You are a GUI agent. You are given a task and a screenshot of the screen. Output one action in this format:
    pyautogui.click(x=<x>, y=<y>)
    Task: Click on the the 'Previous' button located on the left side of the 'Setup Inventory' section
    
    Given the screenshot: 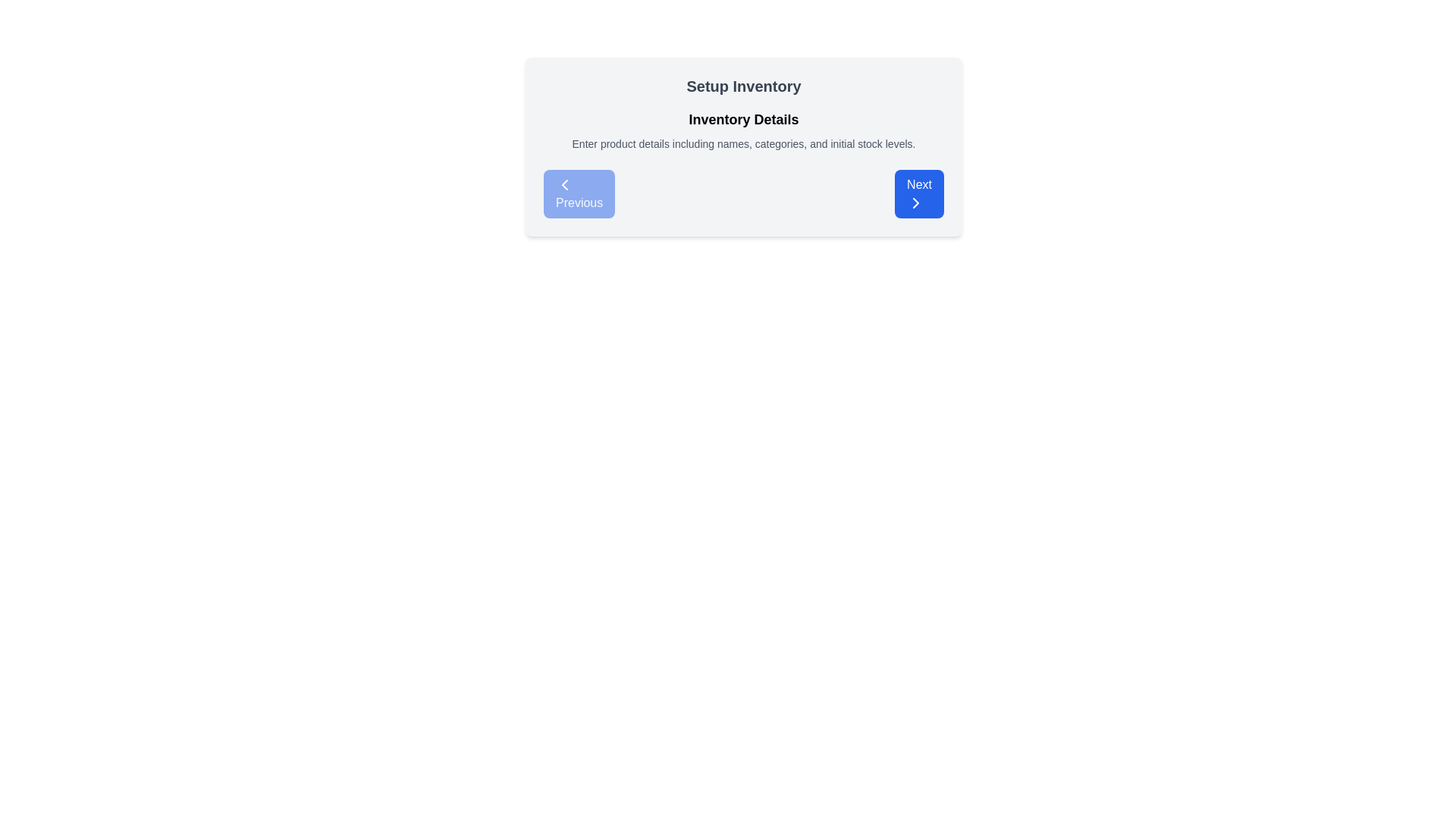 What is the action you would take?
    pyautogui.click(x=579, y=193)
    